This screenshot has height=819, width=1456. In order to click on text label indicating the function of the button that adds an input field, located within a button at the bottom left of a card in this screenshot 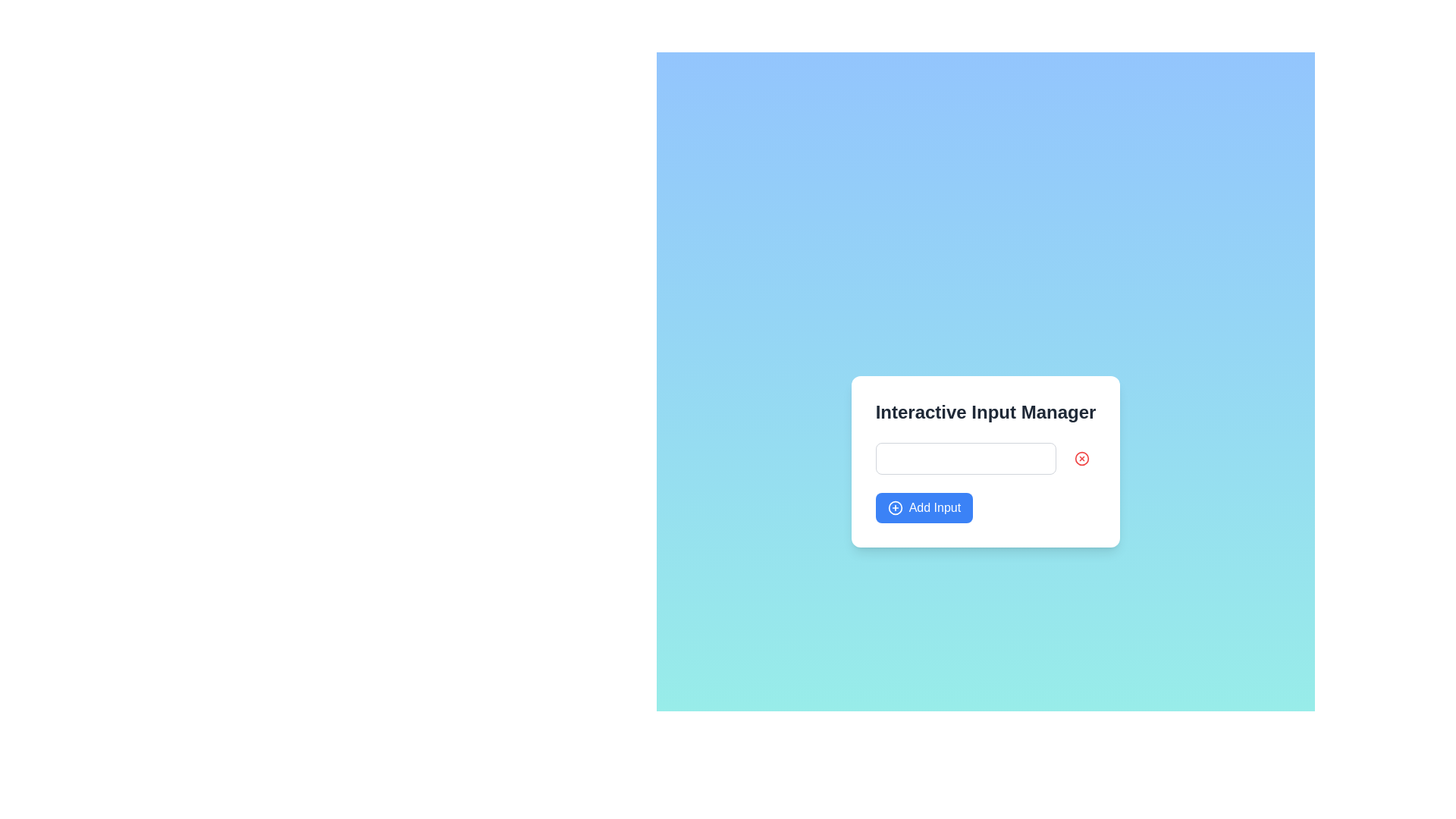, I will do `click(934, 508)`.